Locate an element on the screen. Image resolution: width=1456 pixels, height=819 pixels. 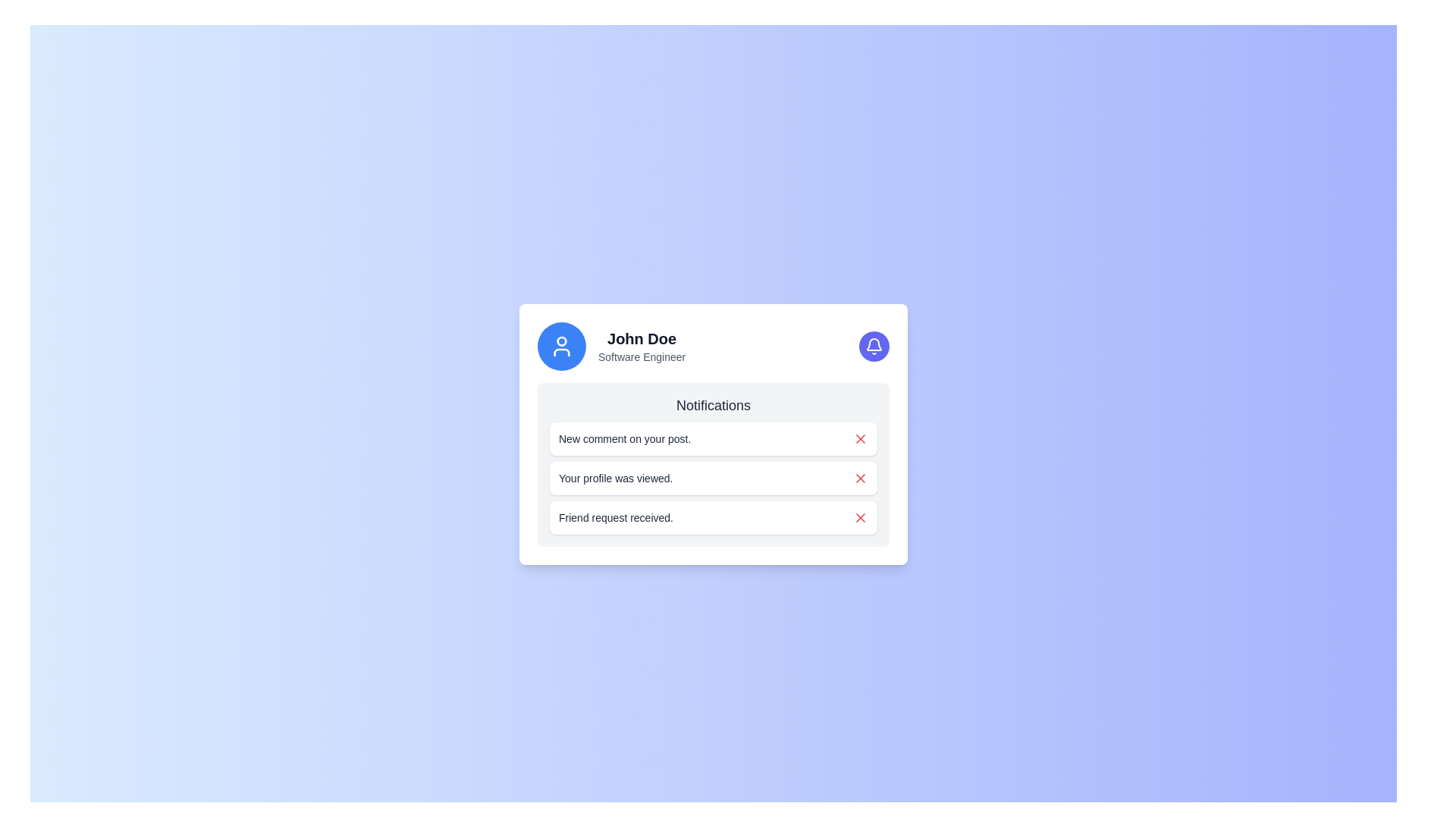
the Profile Display Component is located at coordinates (611, 346).